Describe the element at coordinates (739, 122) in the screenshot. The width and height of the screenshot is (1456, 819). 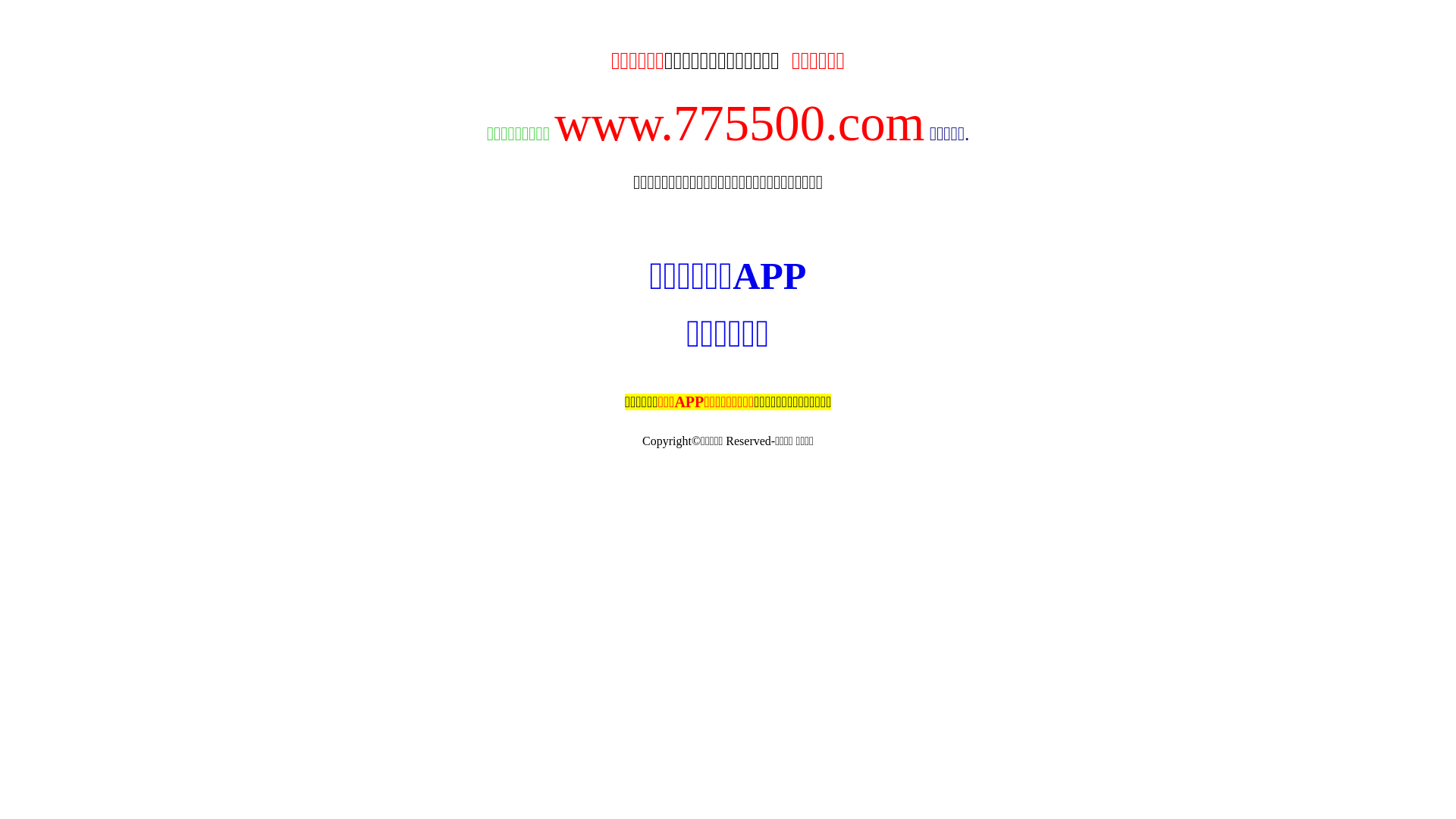
I see `'www.775500.com'` at that location.